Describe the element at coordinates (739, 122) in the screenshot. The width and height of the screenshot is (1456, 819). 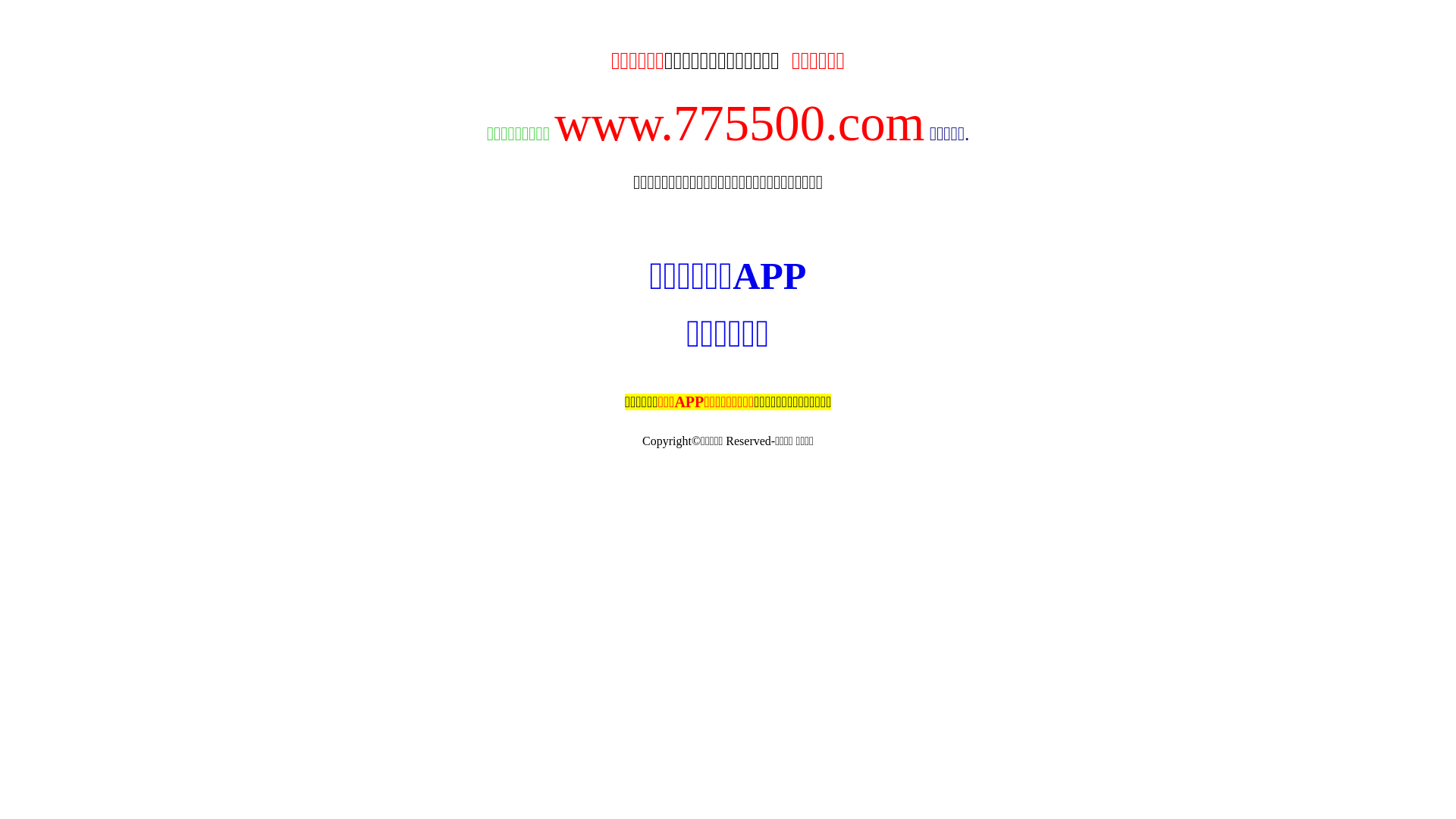
I see `'www.775500.com'` at that location.